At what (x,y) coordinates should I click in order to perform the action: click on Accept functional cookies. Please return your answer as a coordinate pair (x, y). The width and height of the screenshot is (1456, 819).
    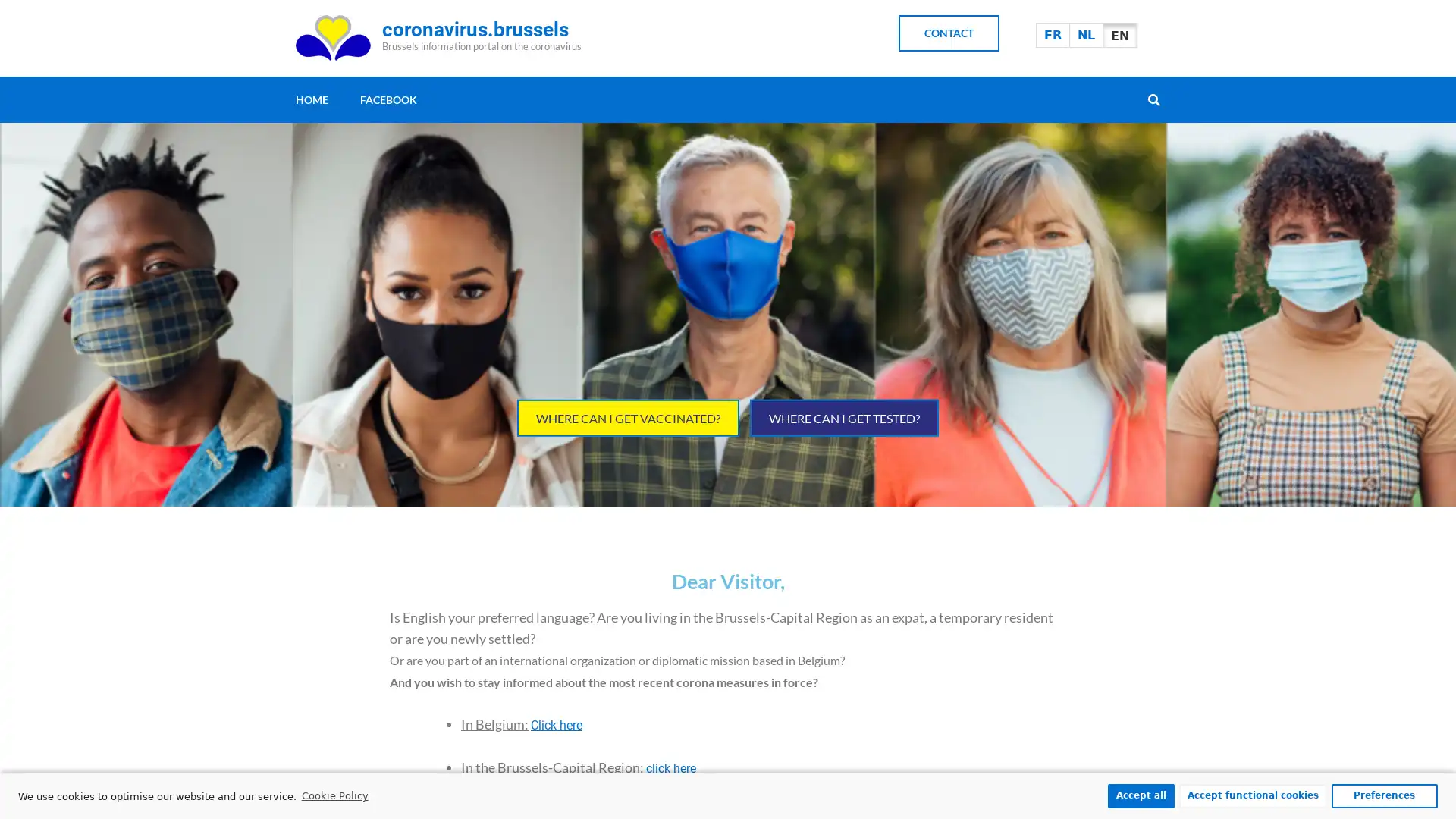
    Looking at the image, I should click on (1252, 795).